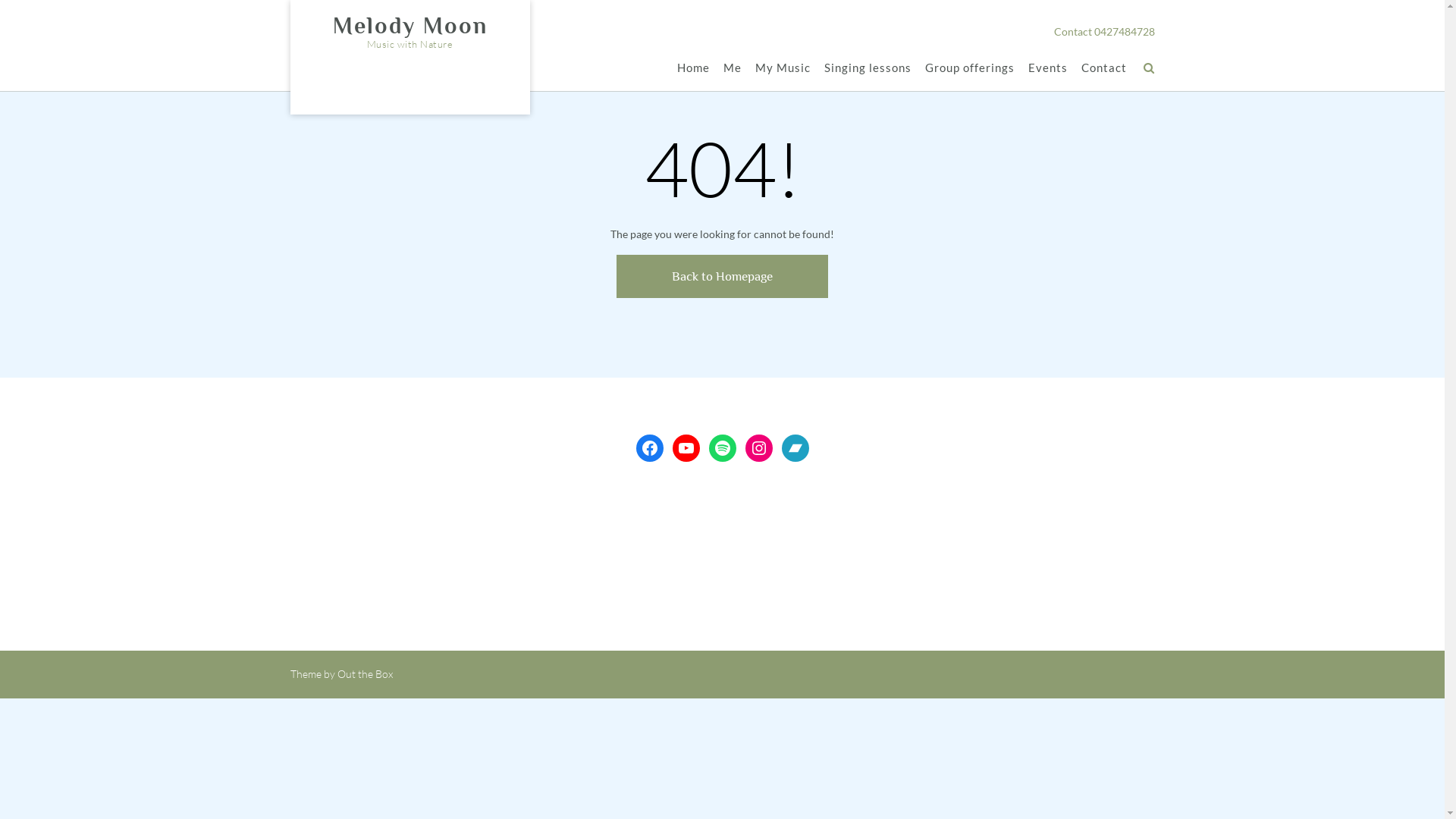 The height and width of the screenshot is (819, 1456). What do you see at coordinates (793, 447) in the screenshot?
I see `'Bandcamp'` at bounding box center [793, 447].